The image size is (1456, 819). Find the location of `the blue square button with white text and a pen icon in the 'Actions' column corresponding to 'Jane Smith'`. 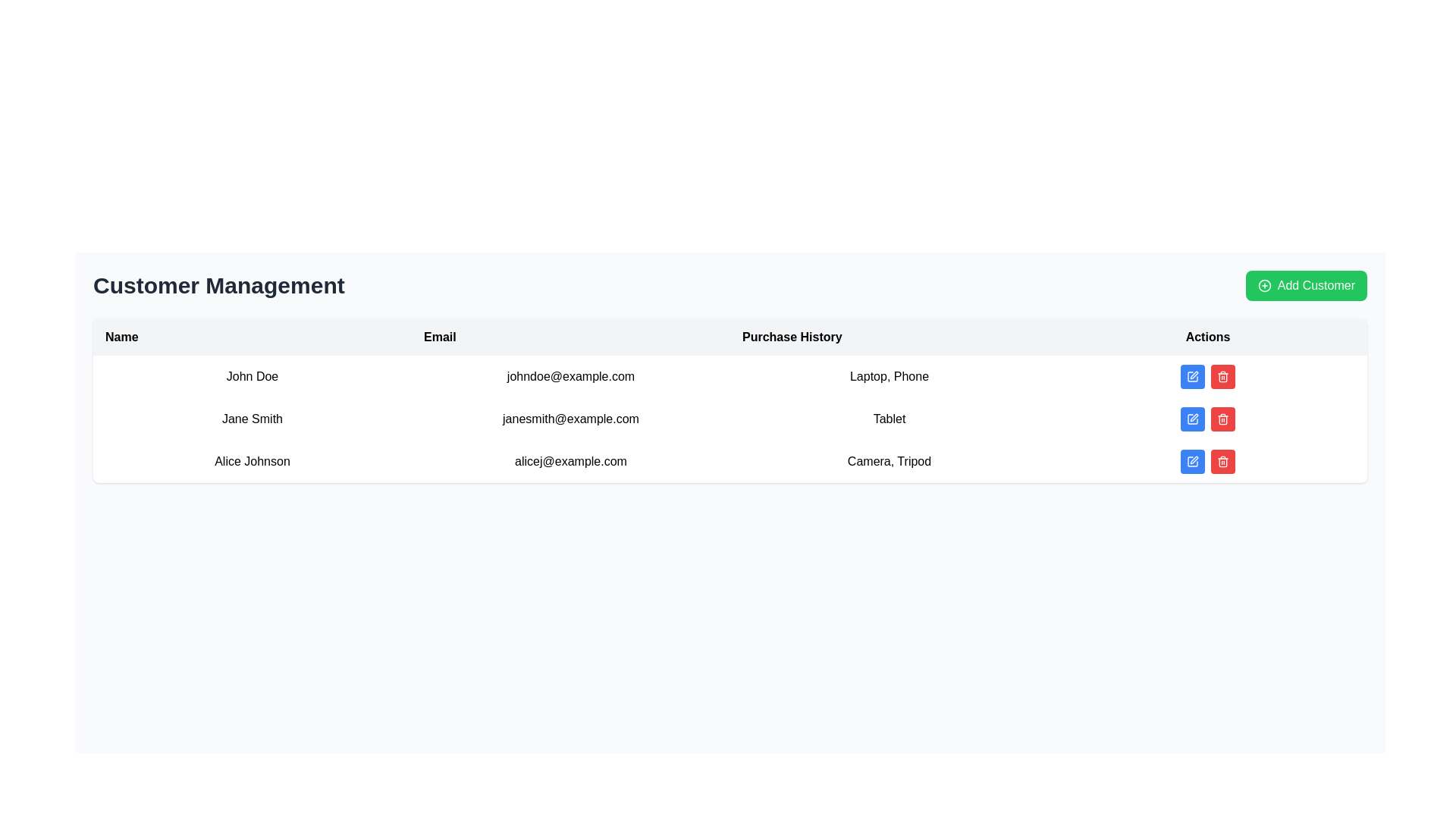

the blue square button with white text and a pen icon in the 'Actions' column corresponding to 'Jane Smith' is located at coordinates (1192, 419).